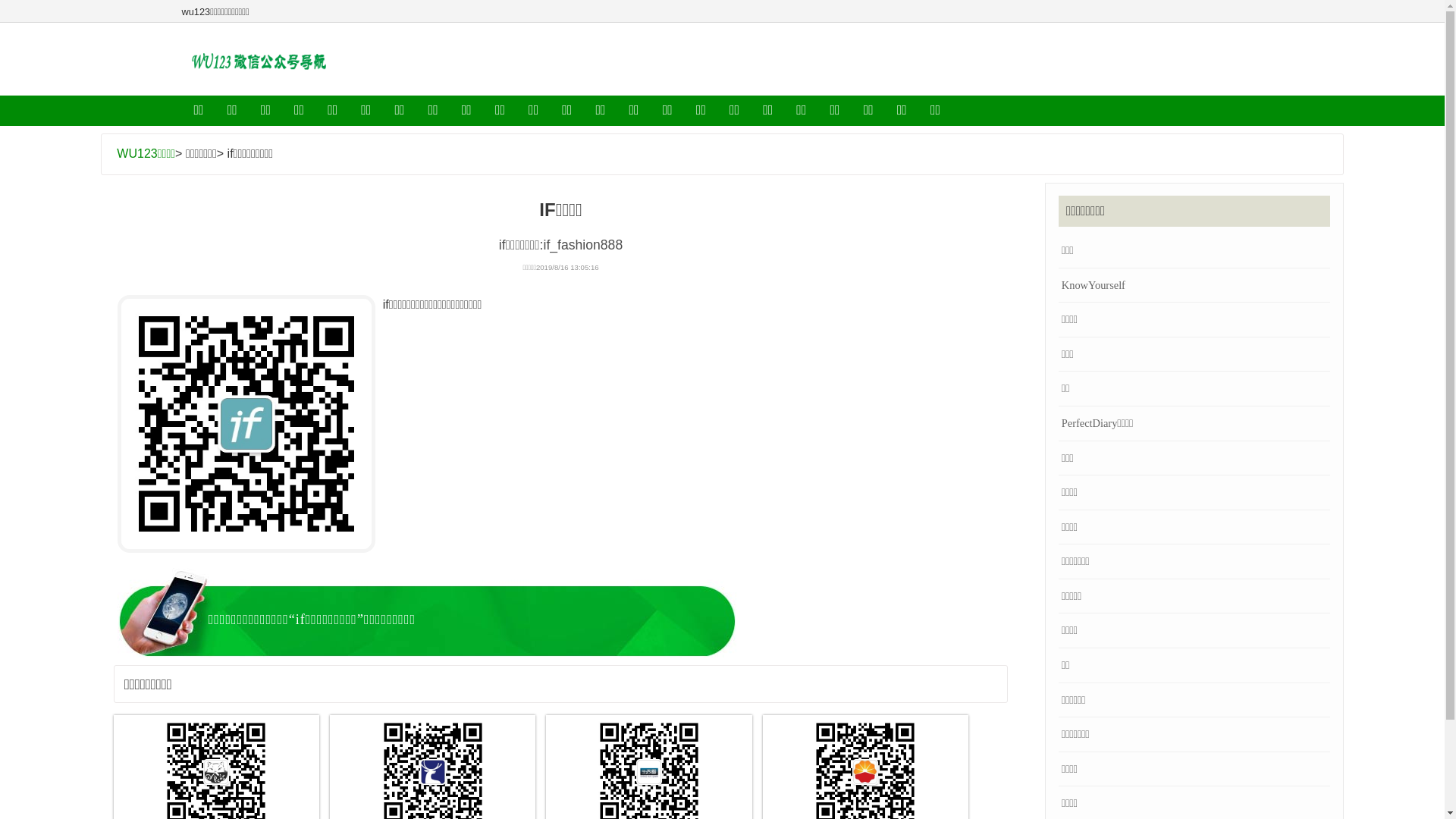 The image size is (1456, 819). Describe the element at coordinates (1193, 285) in the screenshot. I see `'KnowYourself'` at that location.